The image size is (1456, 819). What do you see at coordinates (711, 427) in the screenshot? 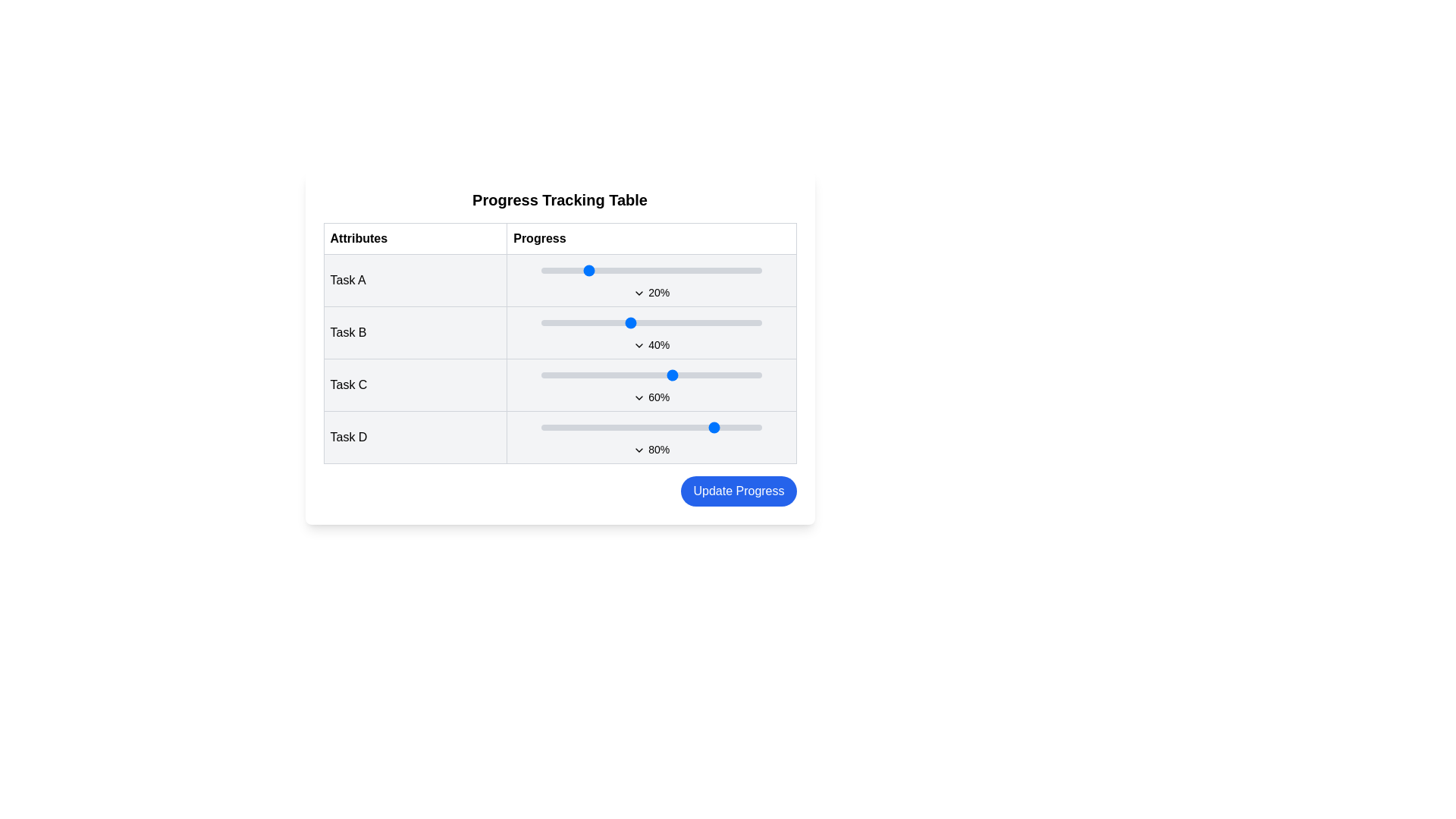
I see `task progress` at bounding box center [711, 427].